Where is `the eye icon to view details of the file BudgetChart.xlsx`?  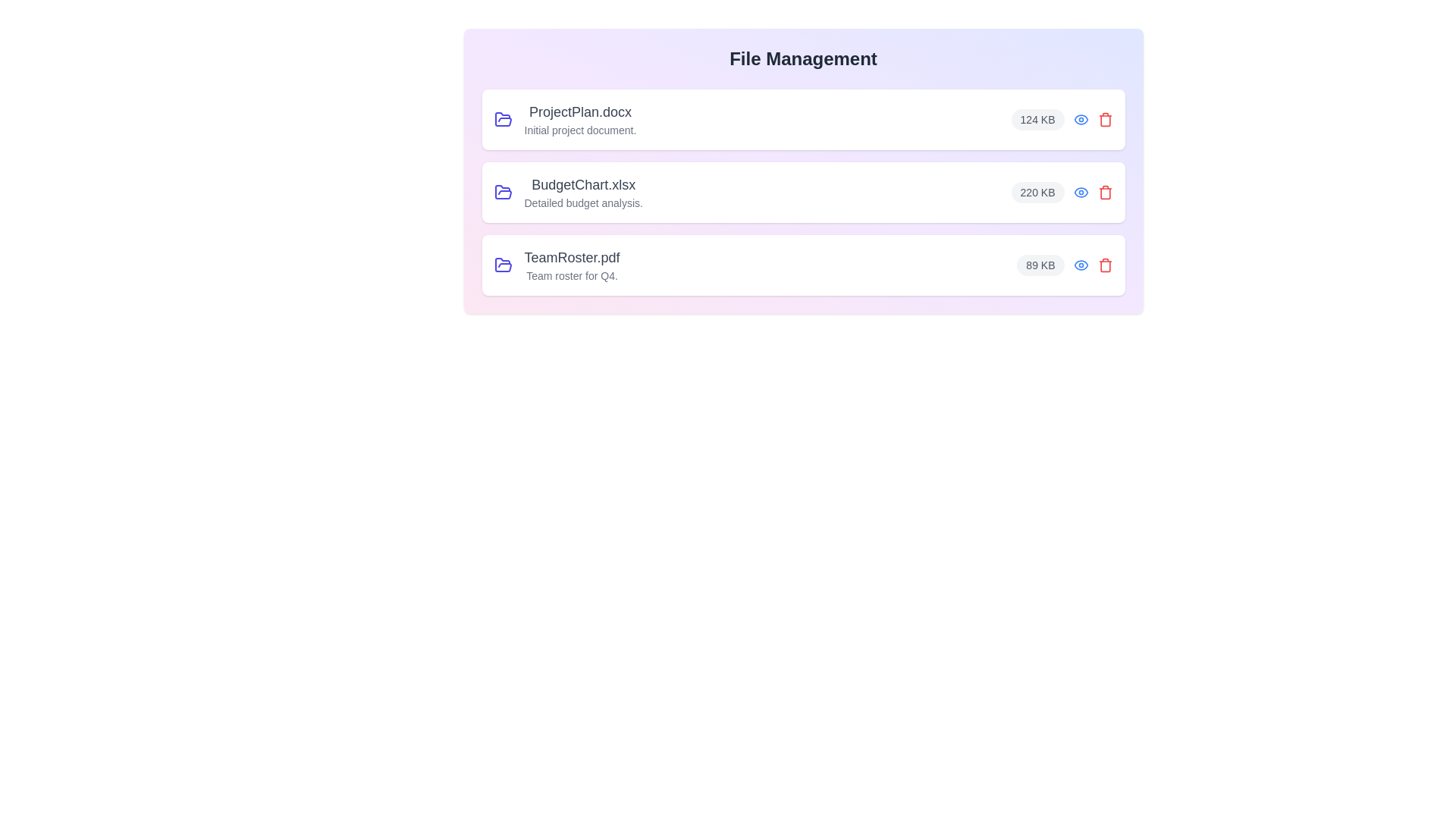 the eye icon to view details of the file BudgetChart.xlsx is located at coordinates (1080, 192).